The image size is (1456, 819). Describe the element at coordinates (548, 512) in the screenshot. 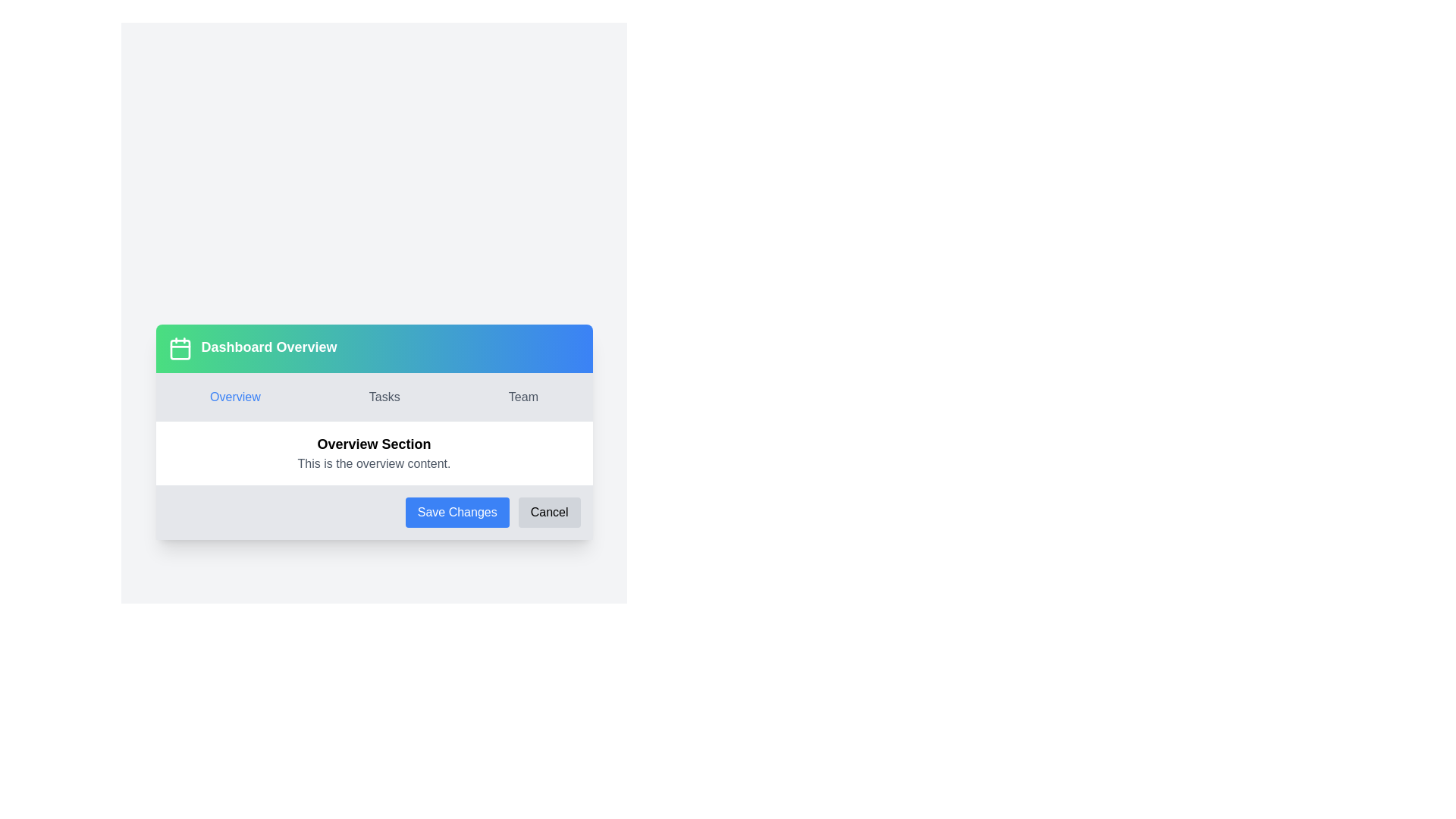

I see `the cancel button located at the bottom right of the section to change its background color` at that location.